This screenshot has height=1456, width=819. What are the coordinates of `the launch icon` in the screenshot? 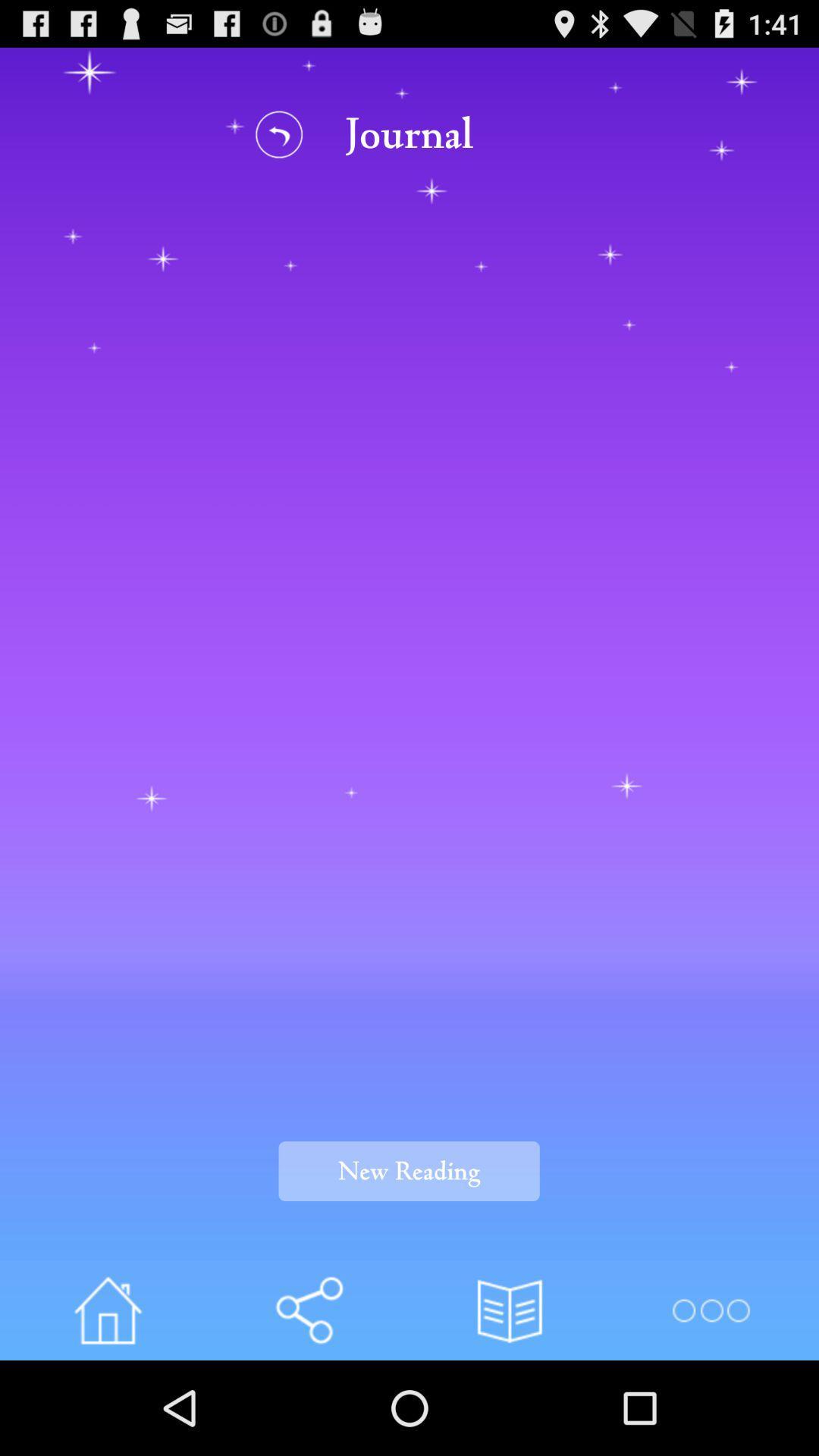 It's located at (107, 1401).